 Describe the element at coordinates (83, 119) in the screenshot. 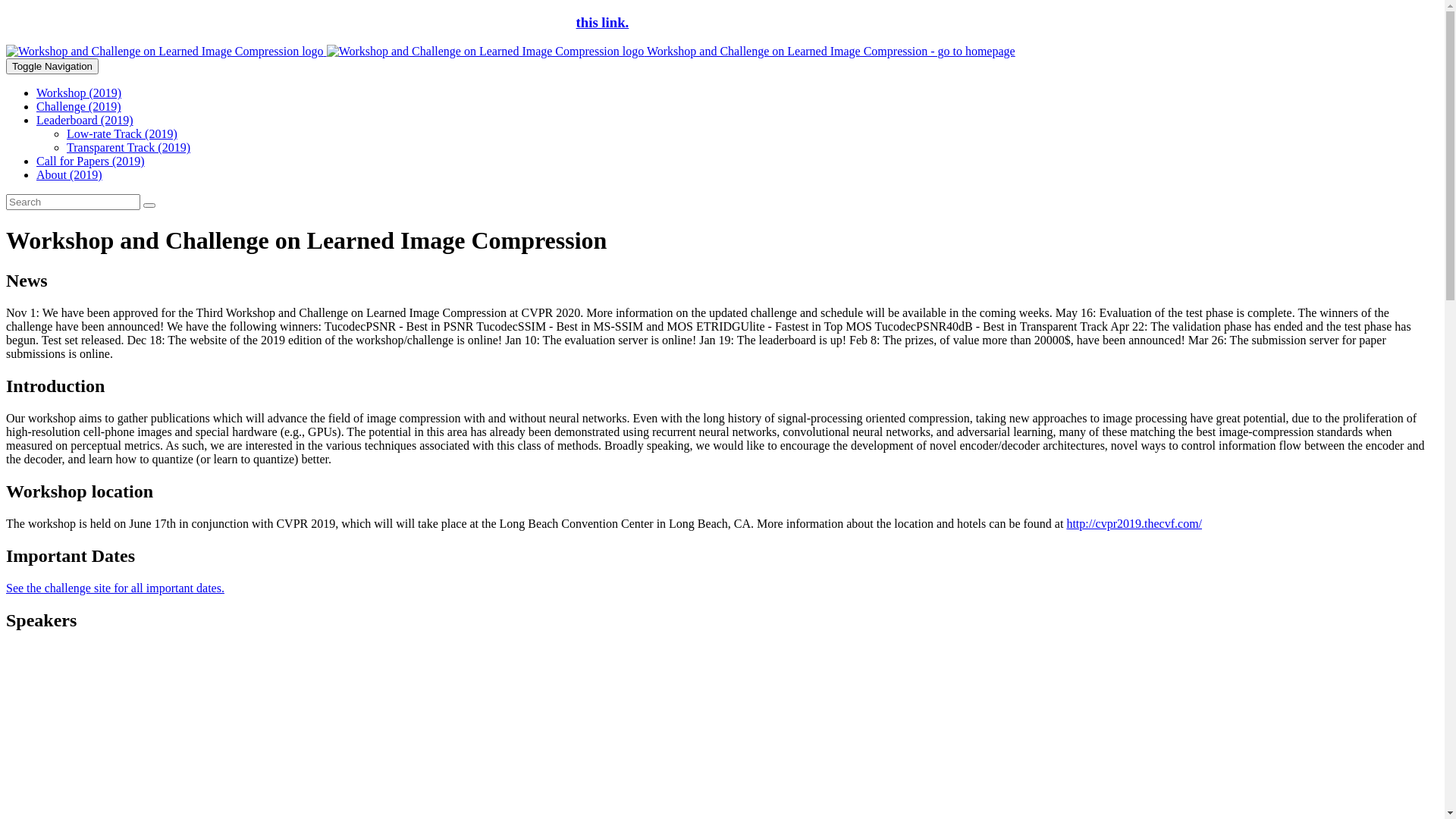

I see `'Leaderboard (2019)'` at that location.